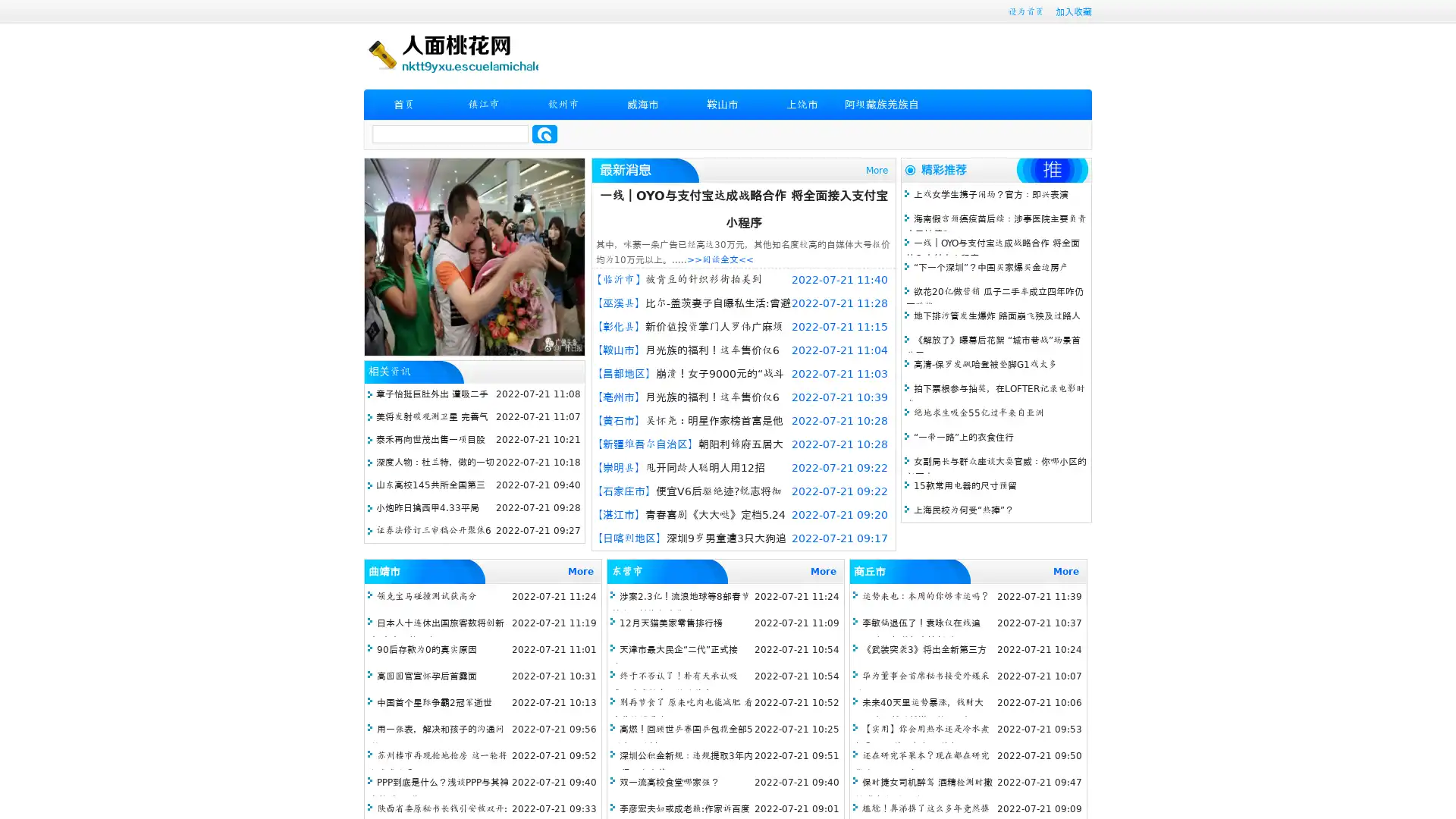 The width and height of the screenshot is (1456, 819). Describe the element at coordinates (544, 133) in the screenshot. I see `Search` at that location.